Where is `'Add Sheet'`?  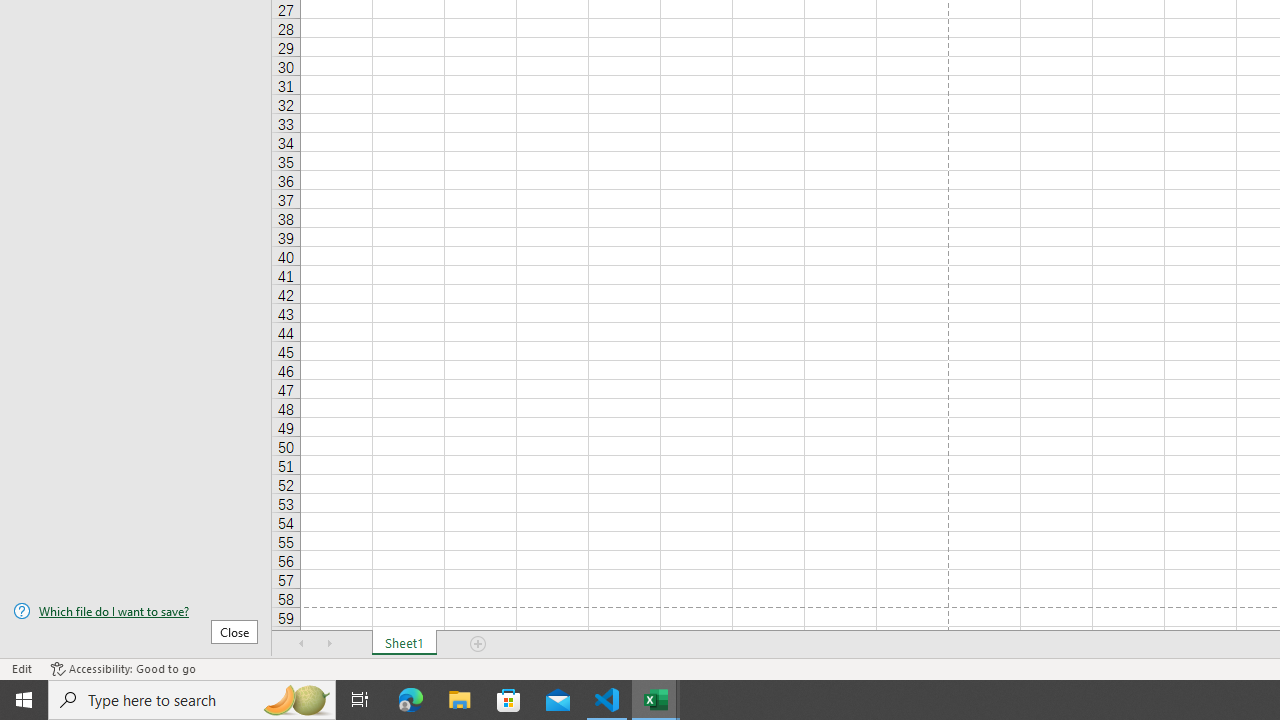
'Add Sheet' is located at coordinates (477, 644).